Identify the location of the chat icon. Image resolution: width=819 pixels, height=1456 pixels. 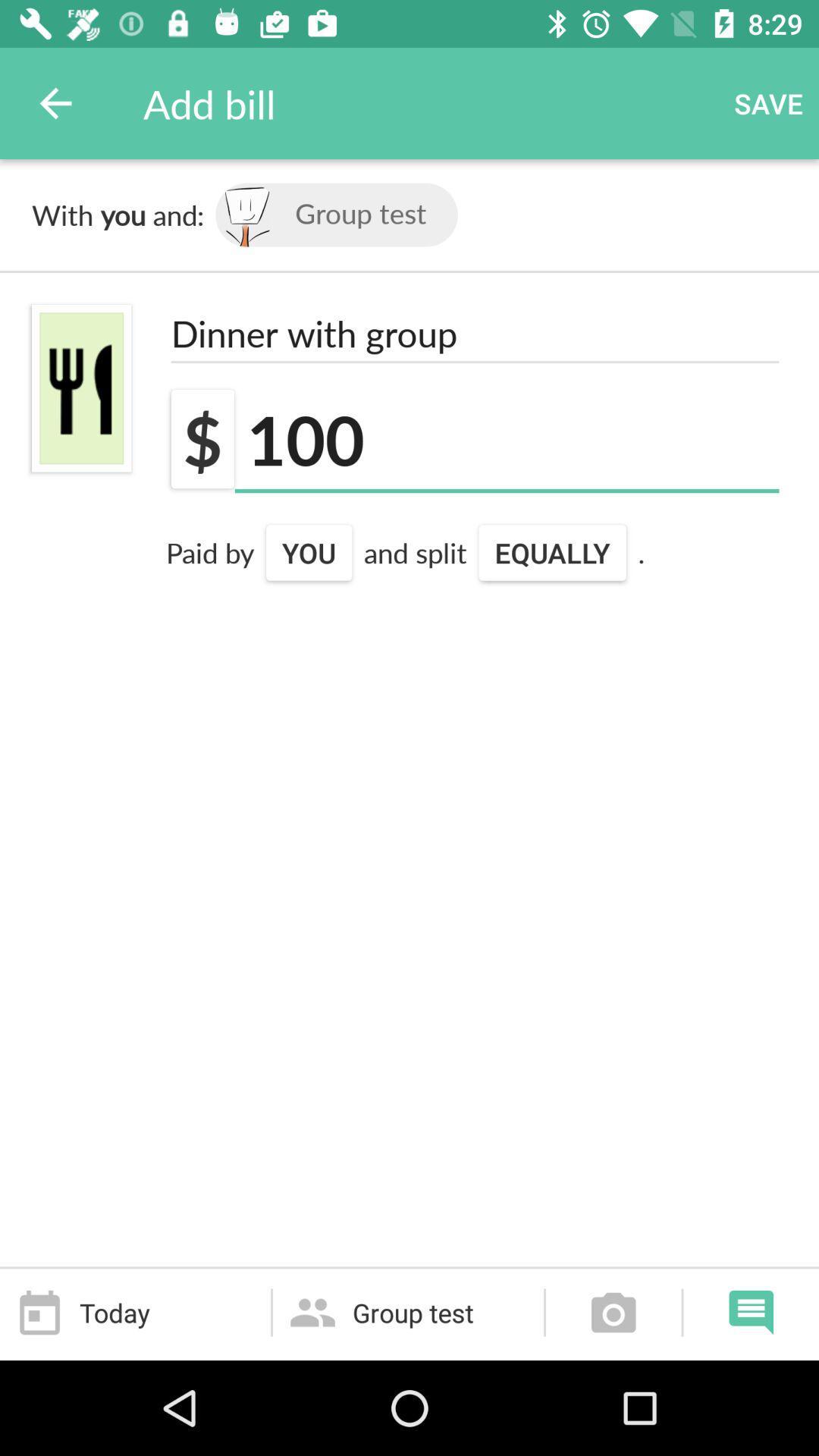
(751, 1312).